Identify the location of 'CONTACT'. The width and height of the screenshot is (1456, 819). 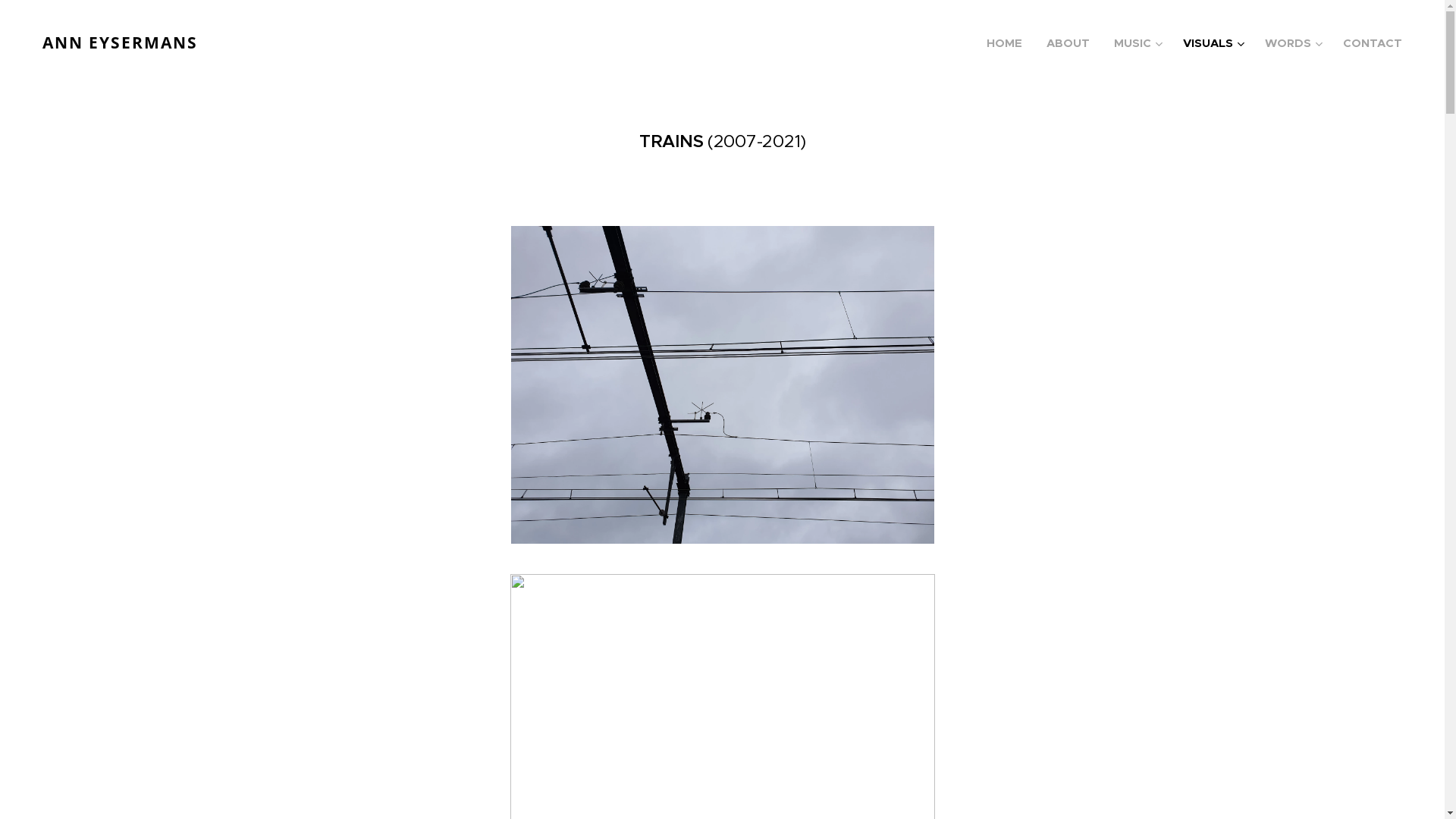
(1366, 42).